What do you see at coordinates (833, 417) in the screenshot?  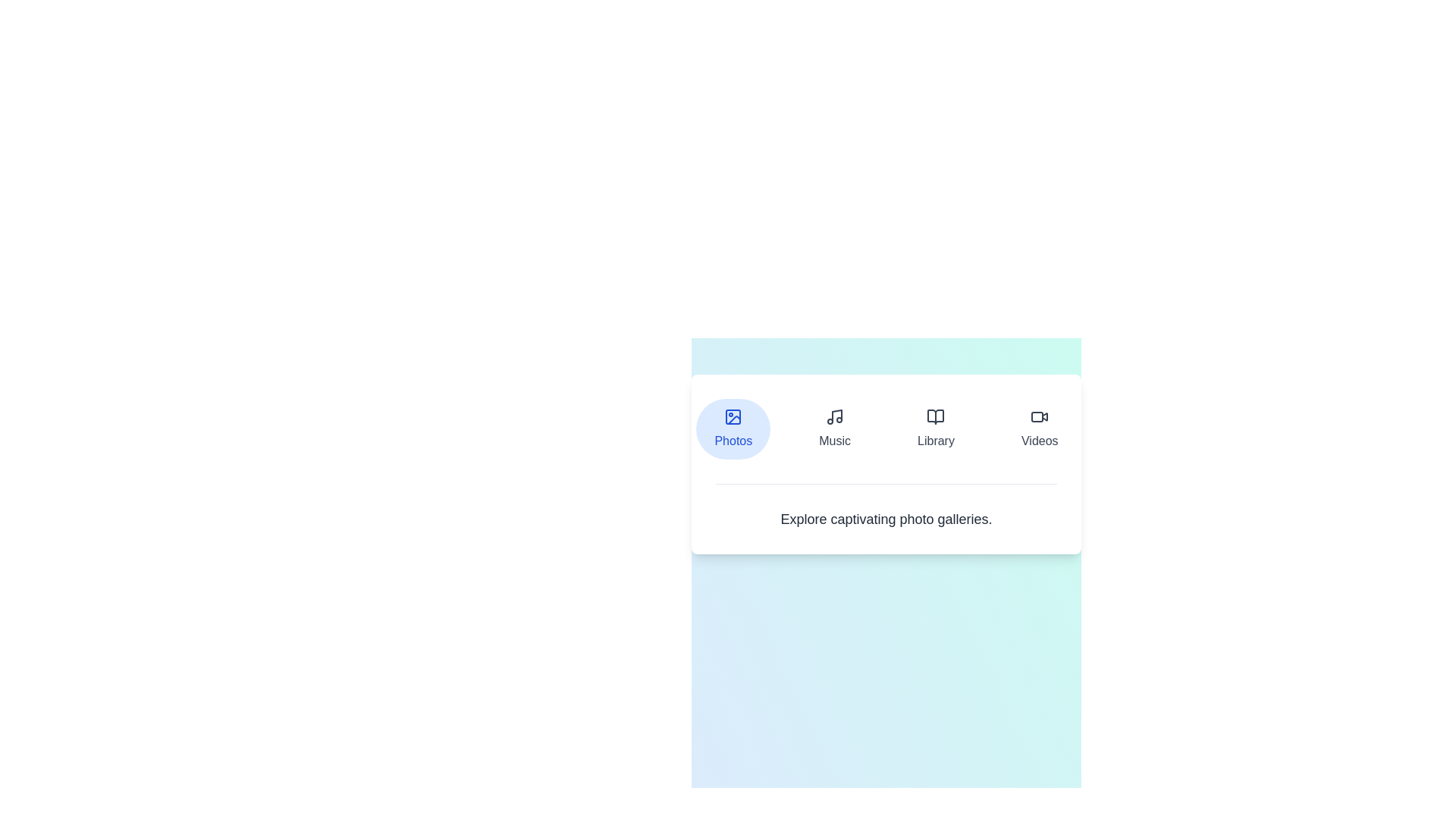 I see `the music navigation icon located second from the left in the menu bar` at bounding box center [833, 417].